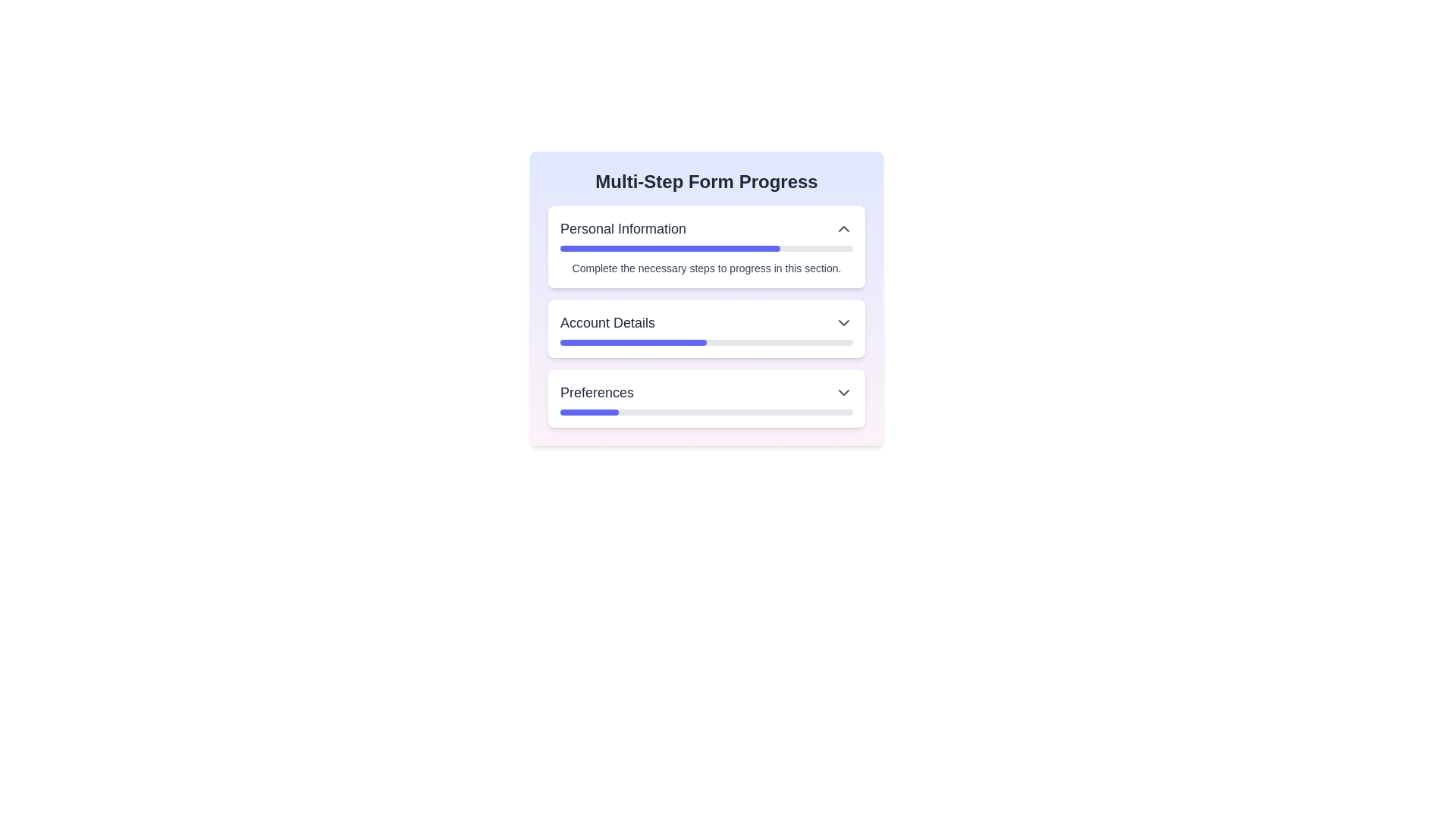 The image size is (1456, 819). I want to click on supplementary text displayed in the 'Personal Information' section of the multi-step form, positioned above the 'Account Details' and 'Preferences' sections, so click(705, 246).